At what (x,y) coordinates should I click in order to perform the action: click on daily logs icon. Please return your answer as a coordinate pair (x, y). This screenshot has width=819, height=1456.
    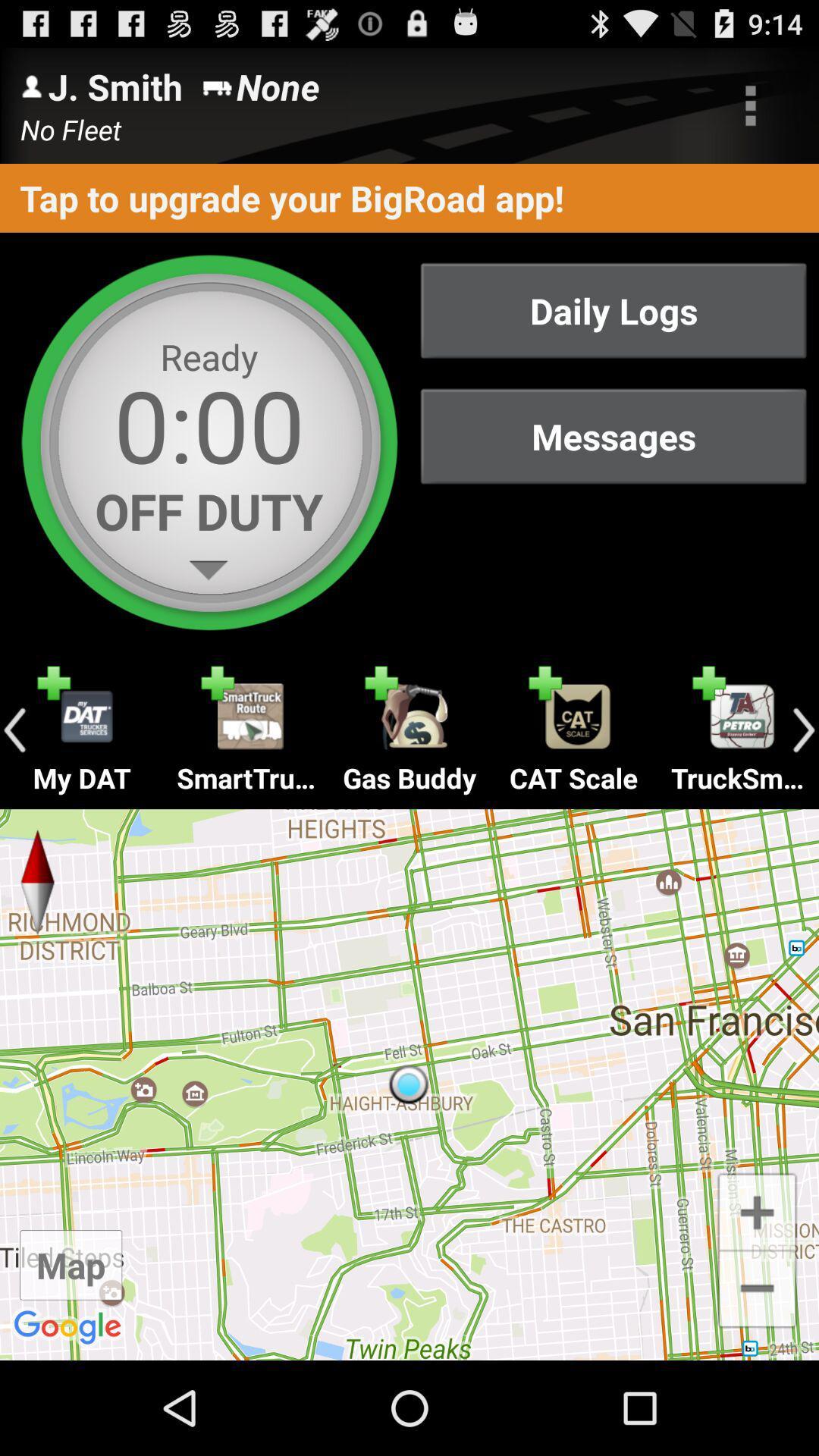
    Looking at the image, I should click on (613, 309).